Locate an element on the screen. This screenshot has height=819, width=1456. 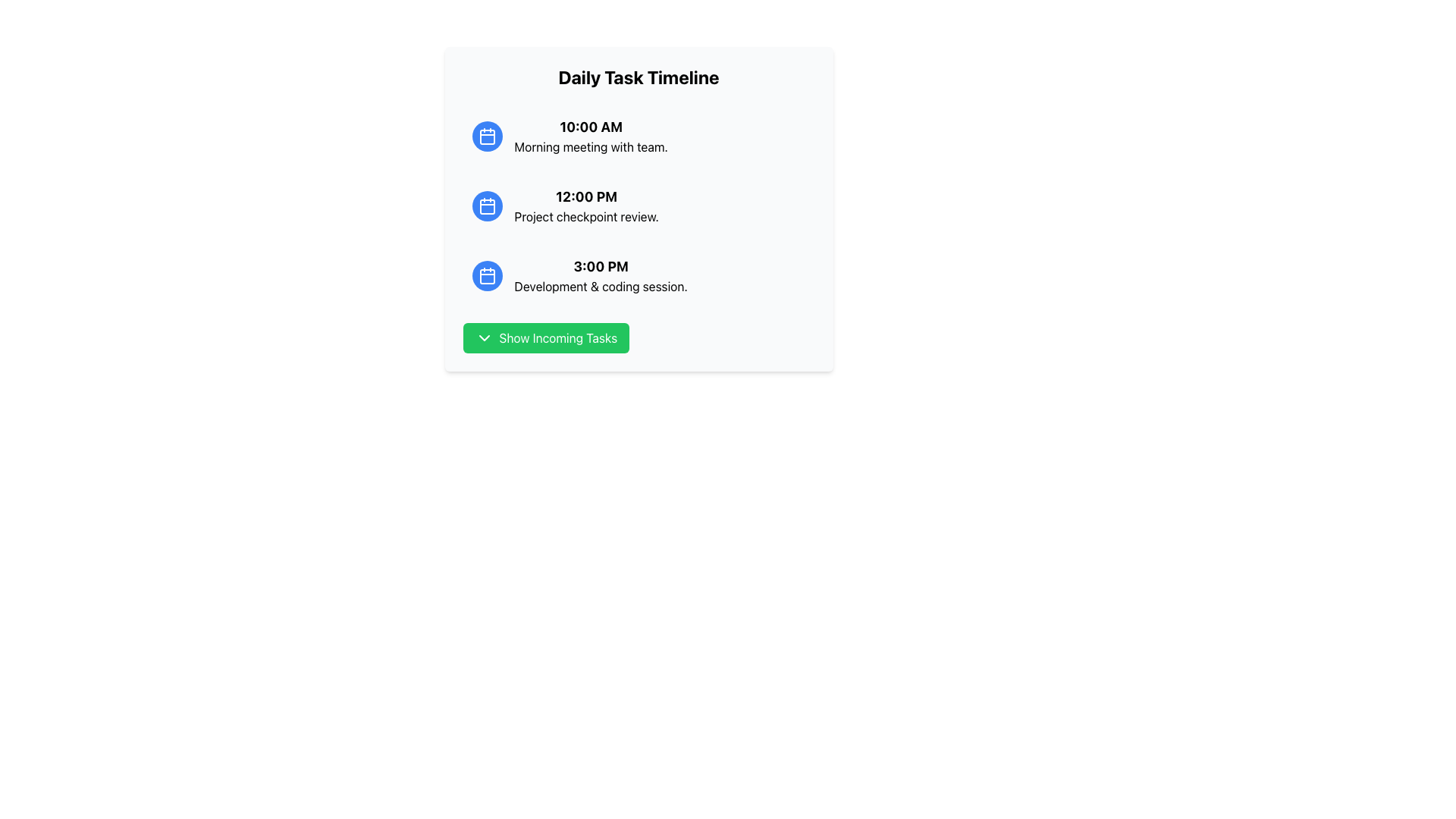
the first calendar icon with a blue fill next to the '10:00 AM Morning meeting with team' entry in the UI is located at coordinates (487, 136).